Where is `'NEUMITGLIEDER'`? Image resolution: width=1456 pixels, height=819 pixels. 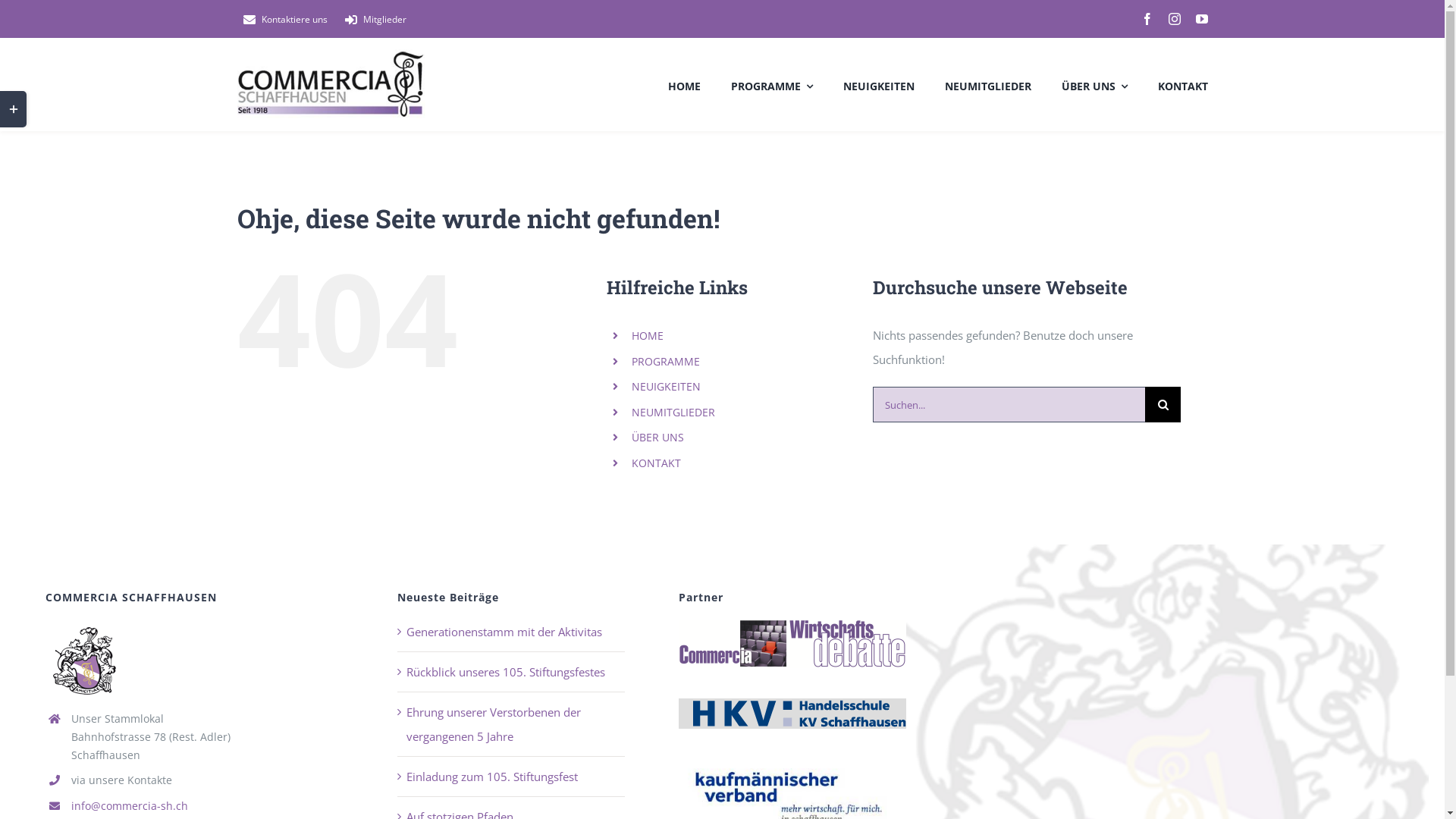
'NEUMITGLIEDER' is located at coordinates (944, 84).